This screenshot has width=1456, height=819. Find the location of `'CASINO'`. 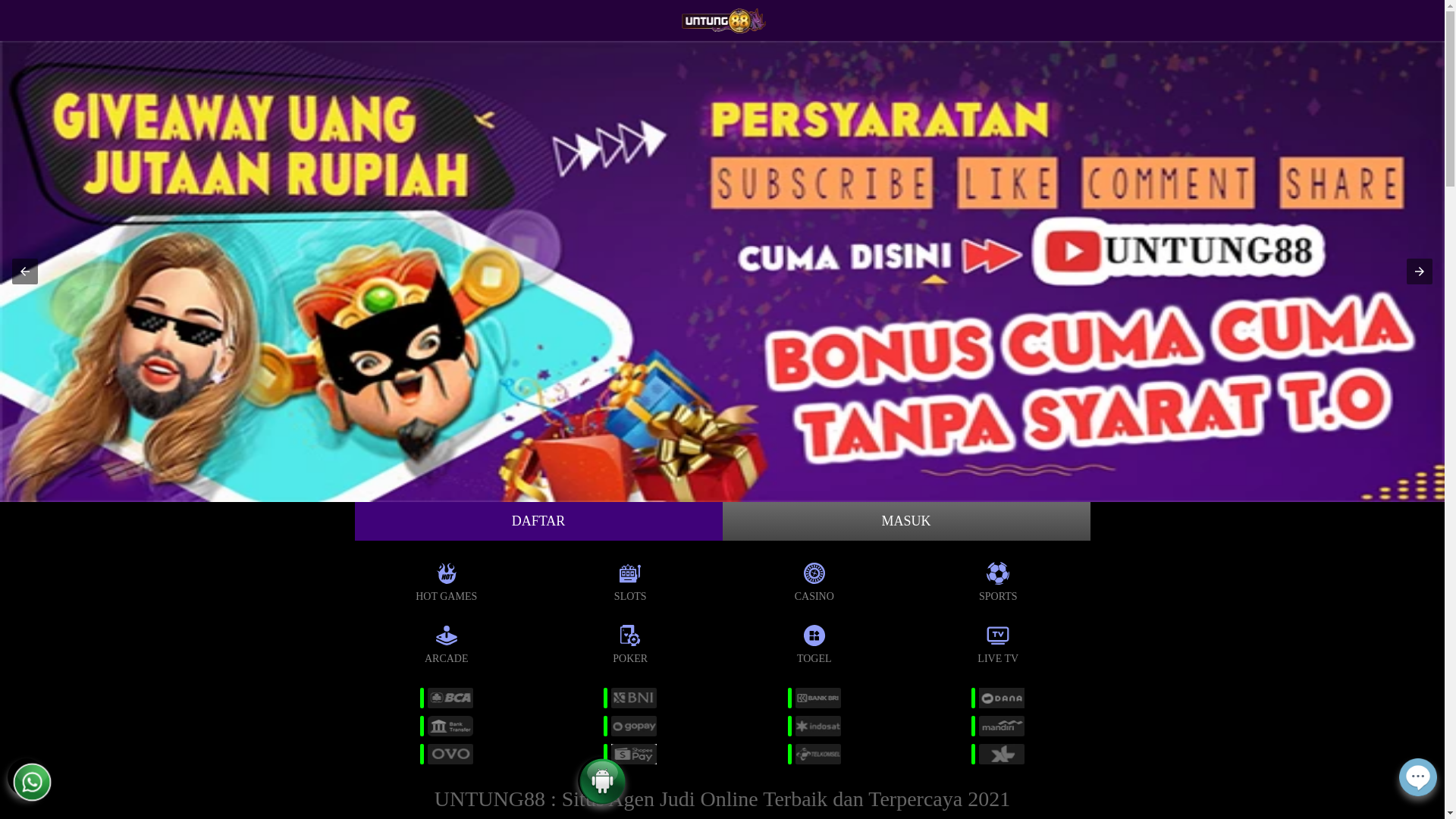

'CASINO' is located at coordinates (814, 579).